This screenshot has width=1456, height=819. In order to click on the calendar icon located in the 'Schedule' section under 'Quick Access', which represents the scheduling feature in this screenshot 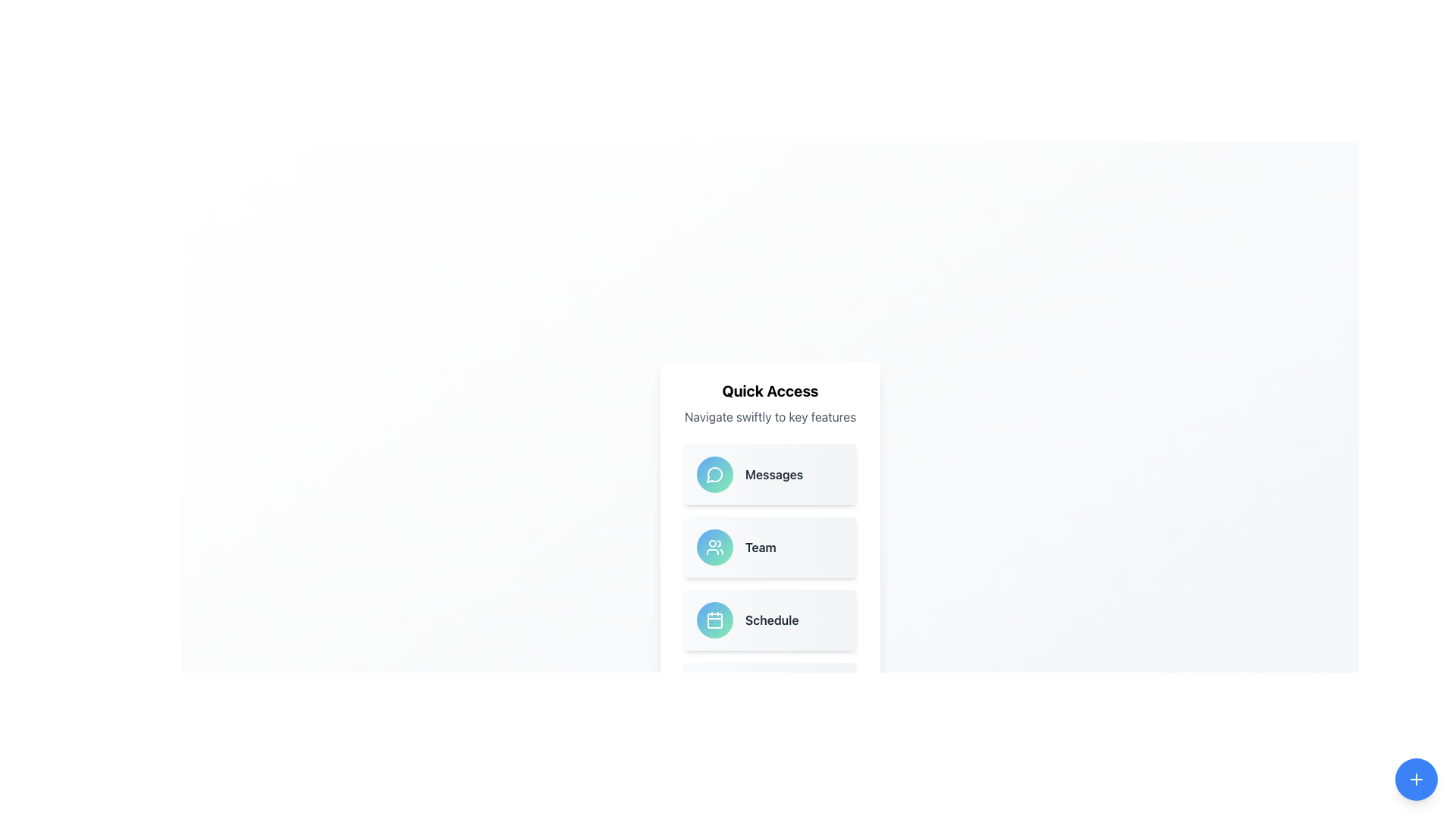, I will do `click(714, 620)`.